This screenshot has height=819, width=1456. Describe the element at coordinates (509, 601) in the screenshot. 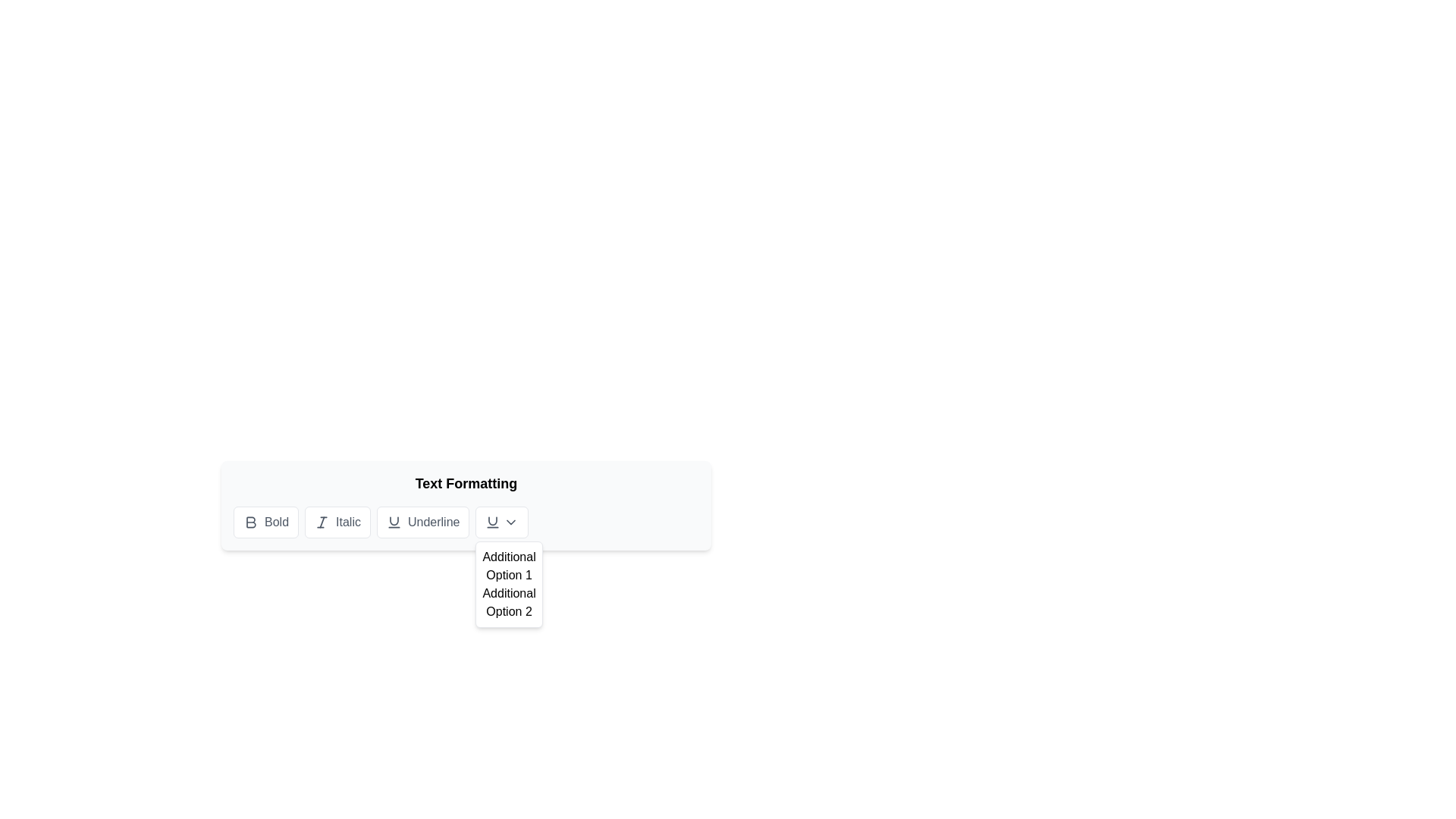

I see `the 'Additional Option 2' list item in the dropdown menu` at that location.